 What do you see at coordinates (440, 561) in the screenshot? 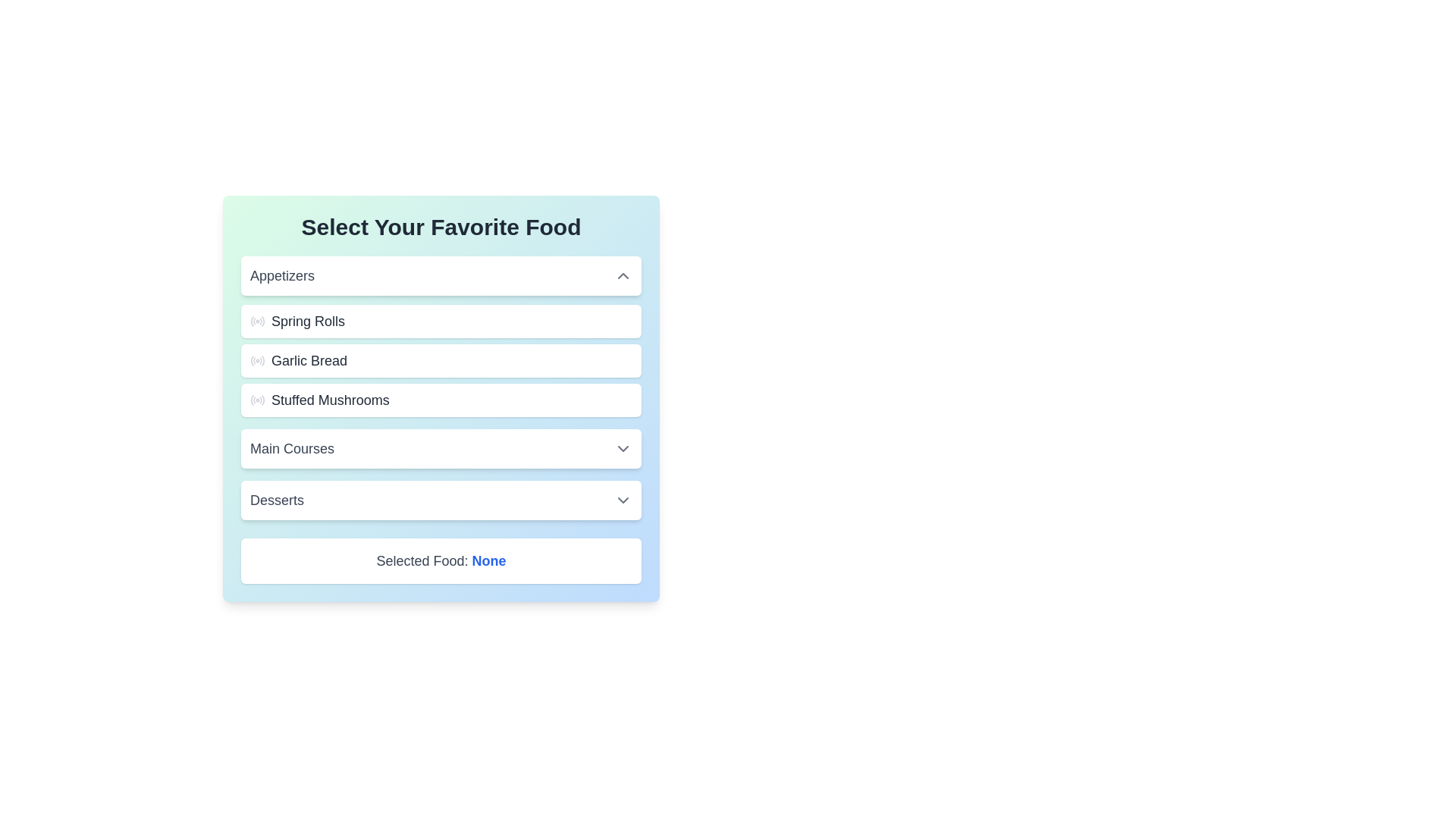
I see `displayed text from the Text display component that shows 'Selected Food: None.'` at bounding box center [440, 561].